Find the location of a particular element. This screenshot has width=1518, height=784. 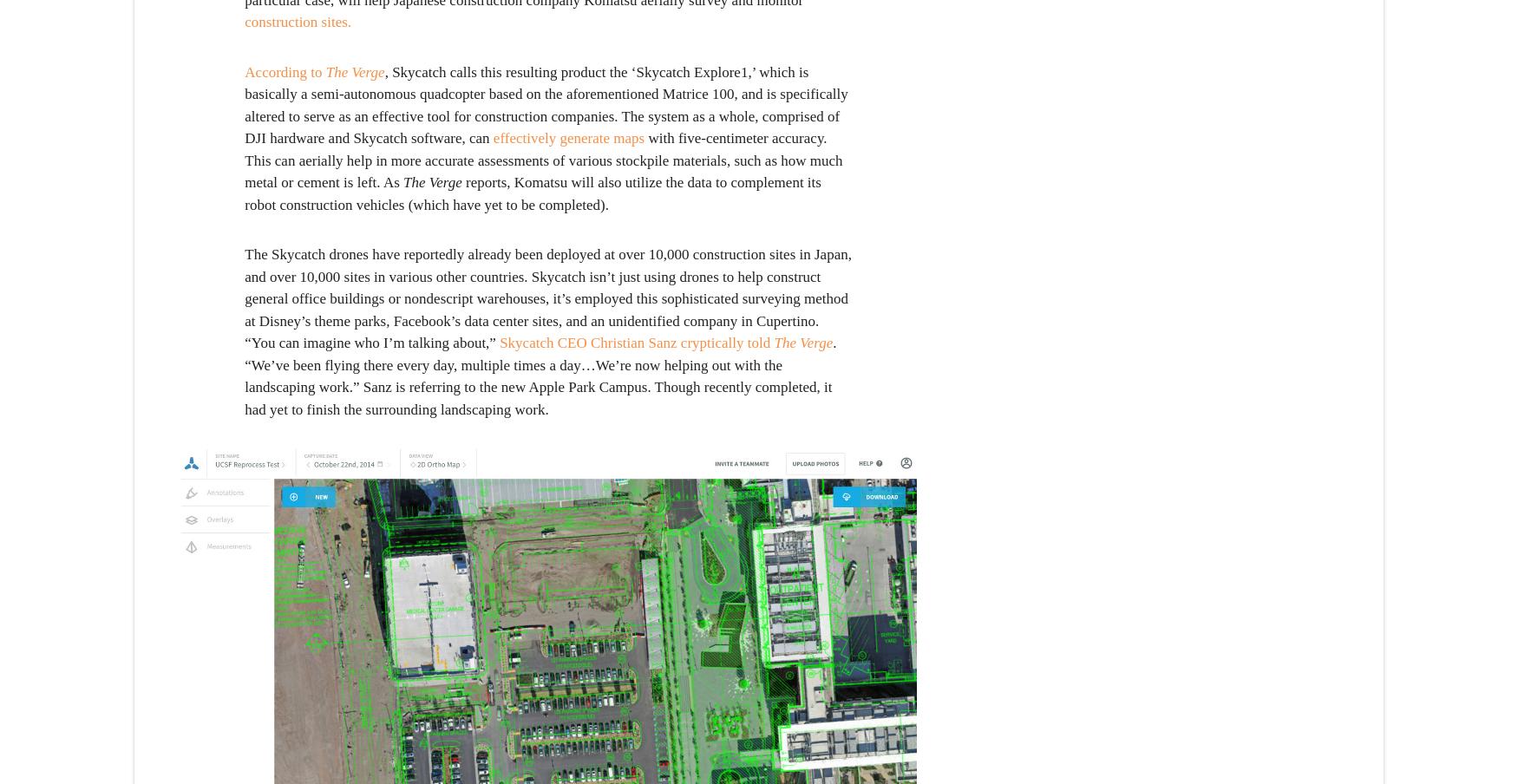

'with five-centimeter accuracy. This can aerially help in more accurate assessments of various stockpile materials, such as how much metal or cement is left. As' is located at coordinates (542, 160).